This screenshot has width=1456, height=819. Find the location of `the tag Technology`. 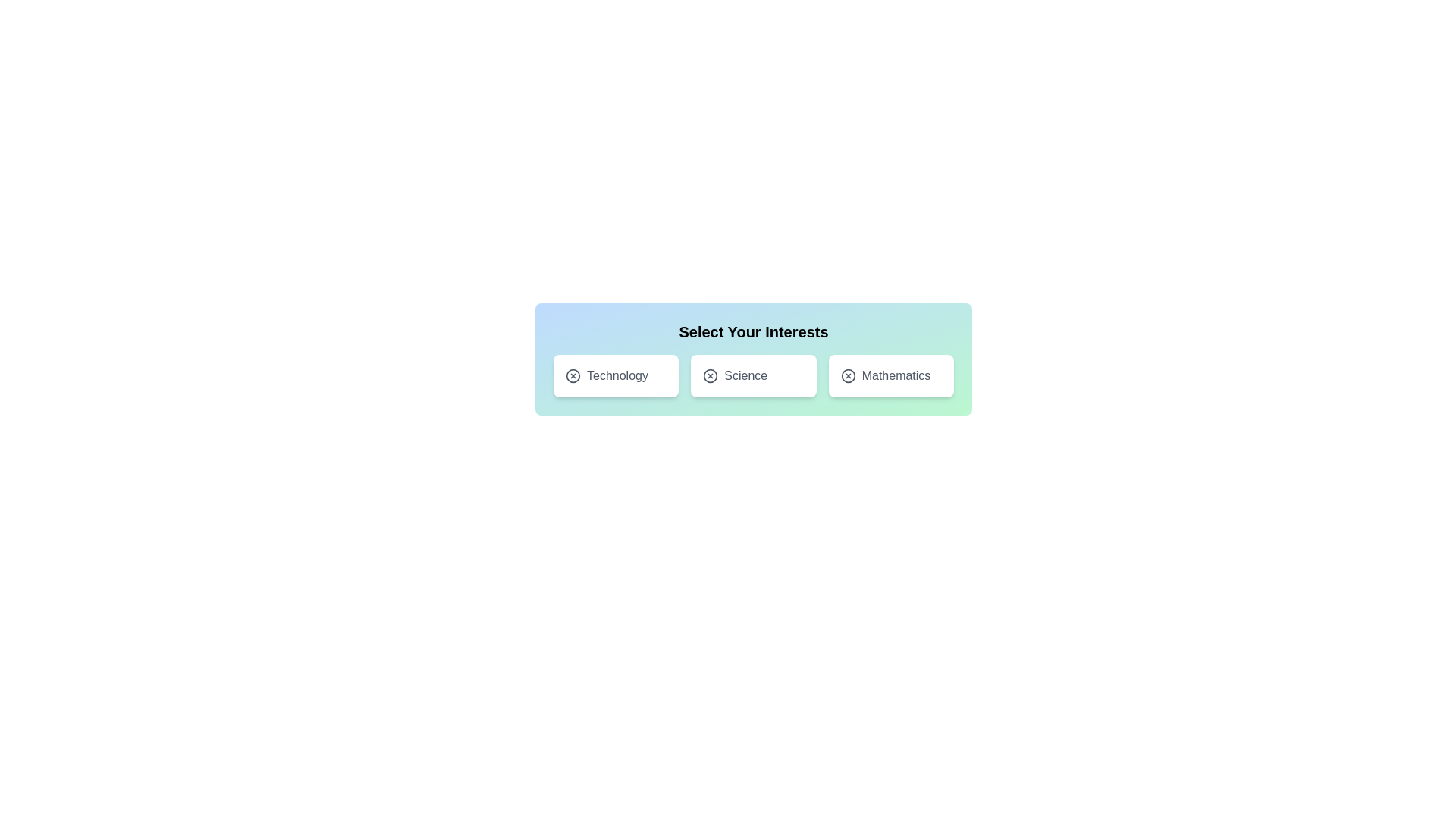

the tag Technology is located at coordinates (616, 375).